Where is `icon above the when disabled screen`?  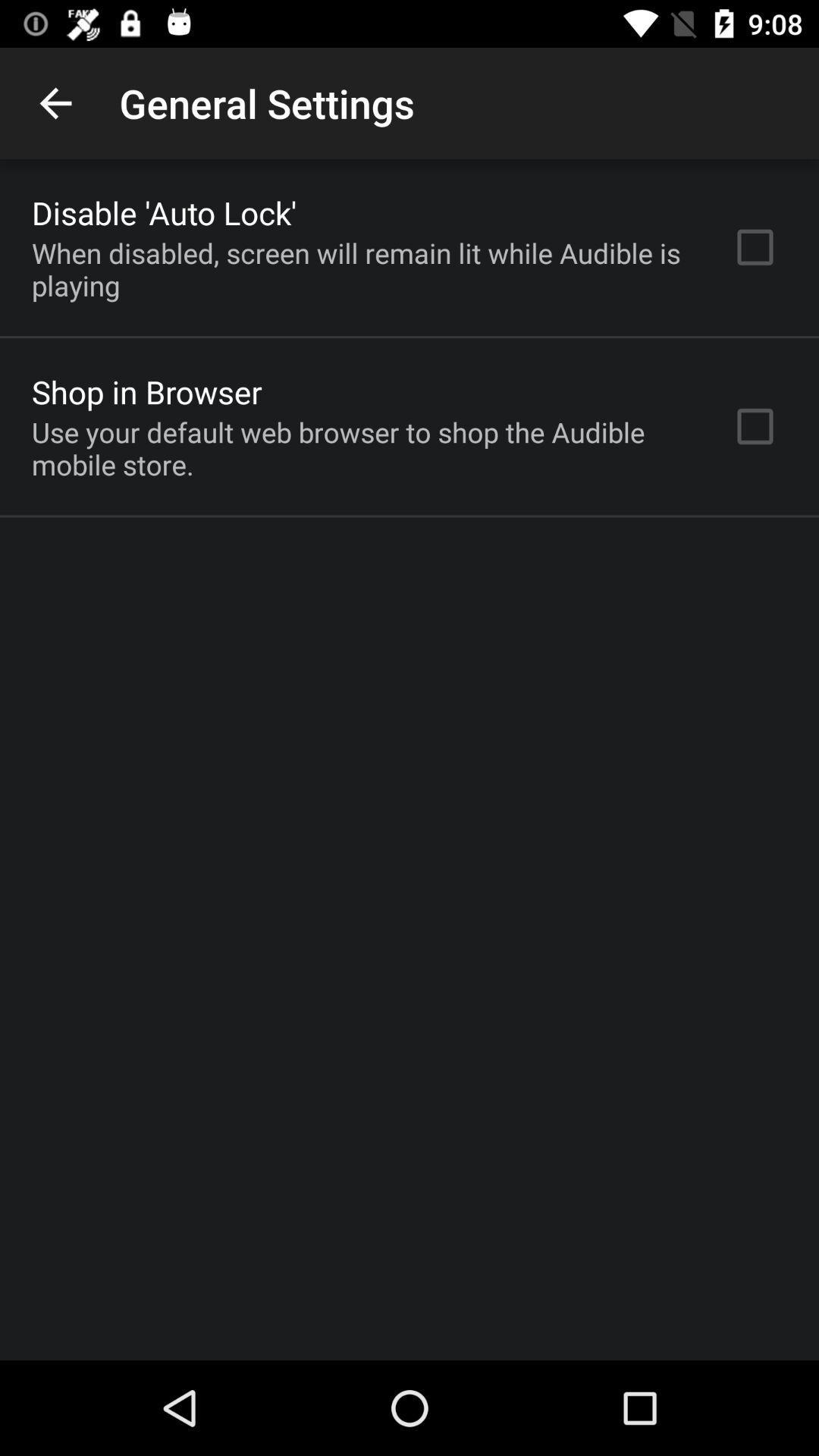
icon above the when disabled screen is located at coordinates (164, 212).